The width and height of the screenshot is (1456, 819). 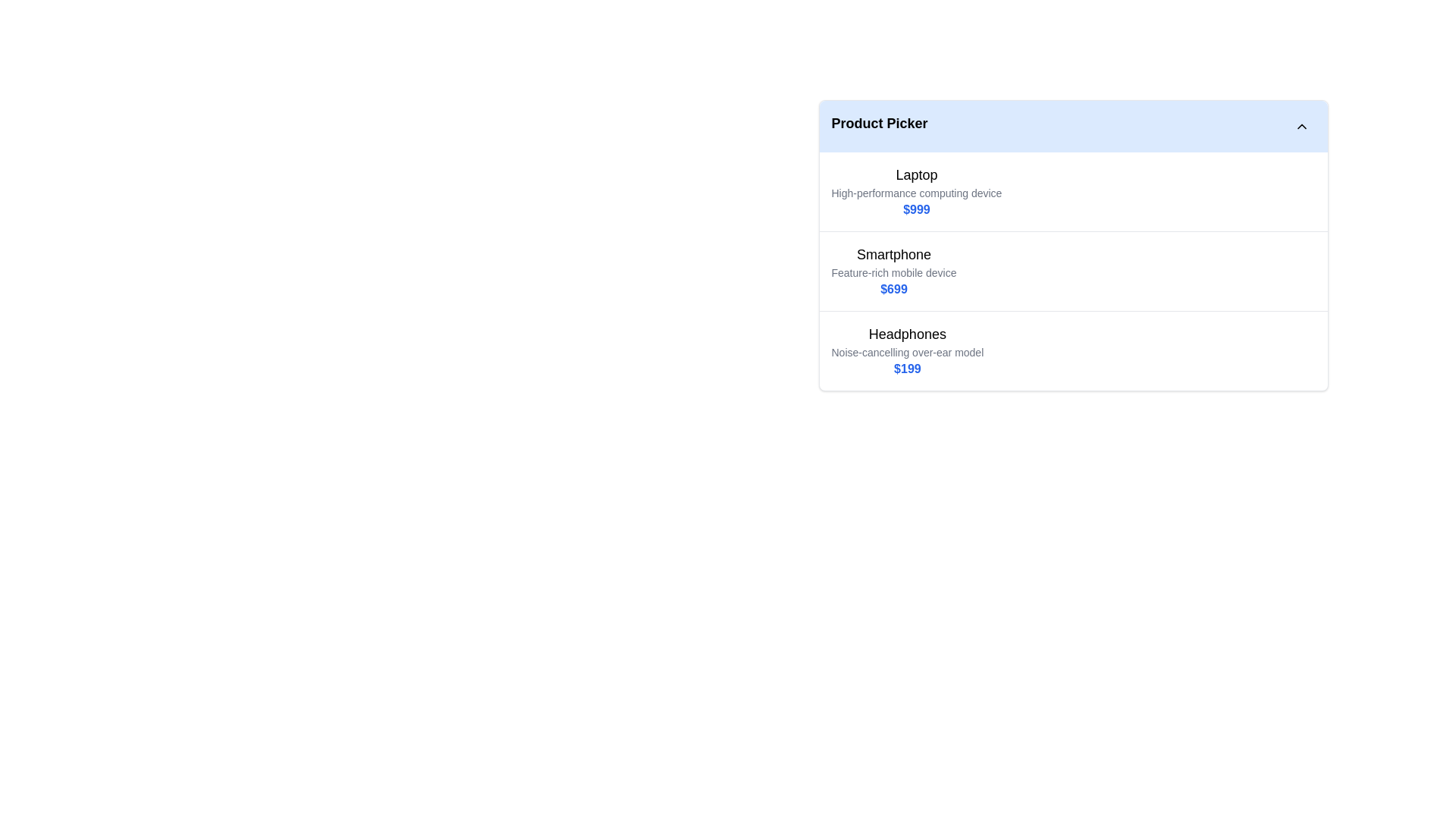 I want to click on the 'Product Picker' label or heading located at the upper-left part of the blue bar interface, so click(x=880, y=125).